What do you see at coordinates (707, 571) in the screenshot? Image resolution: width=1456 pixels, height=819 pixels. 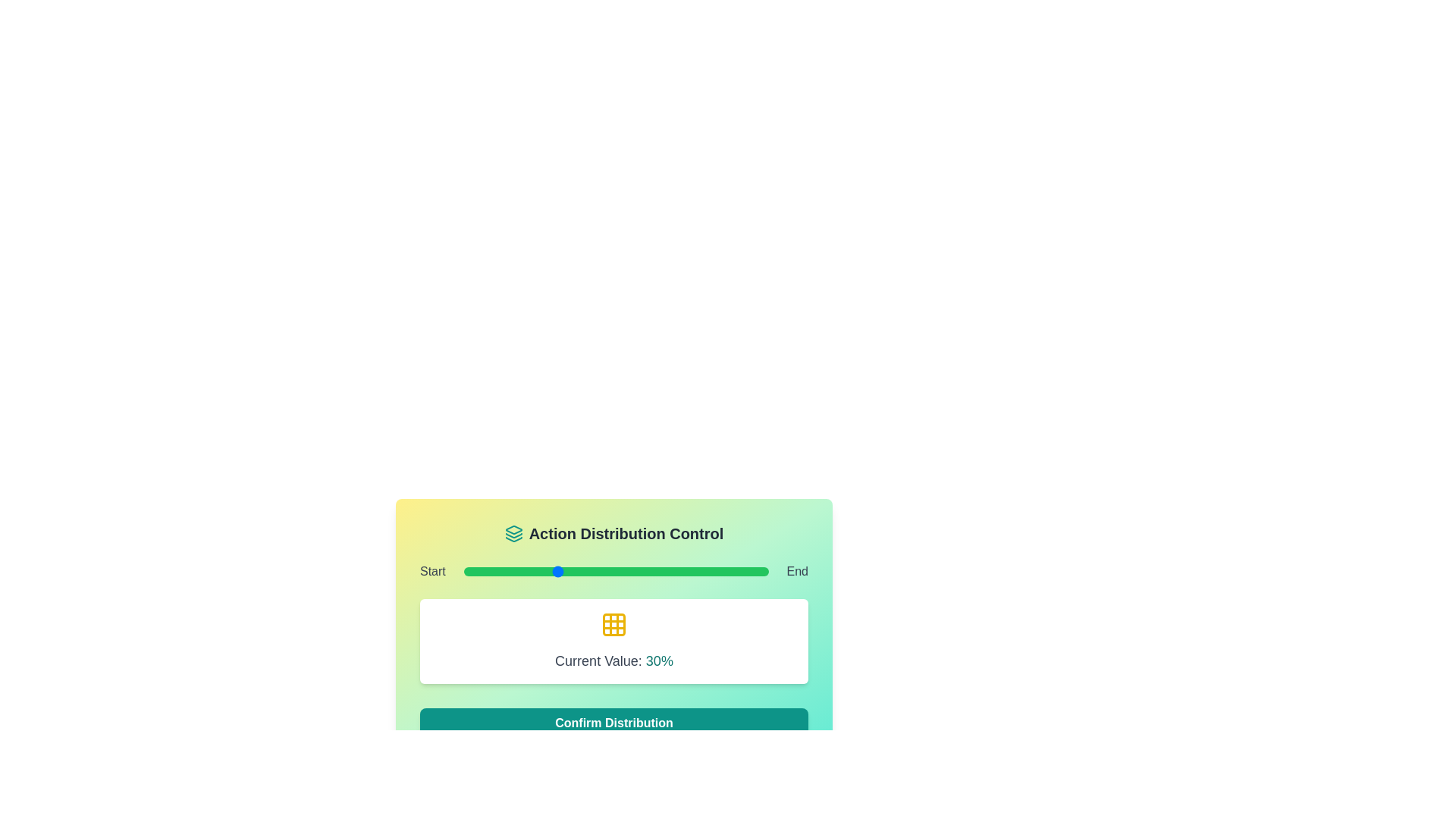 I see `the slider to set its value to 80%` at bounding box center [707, 571].